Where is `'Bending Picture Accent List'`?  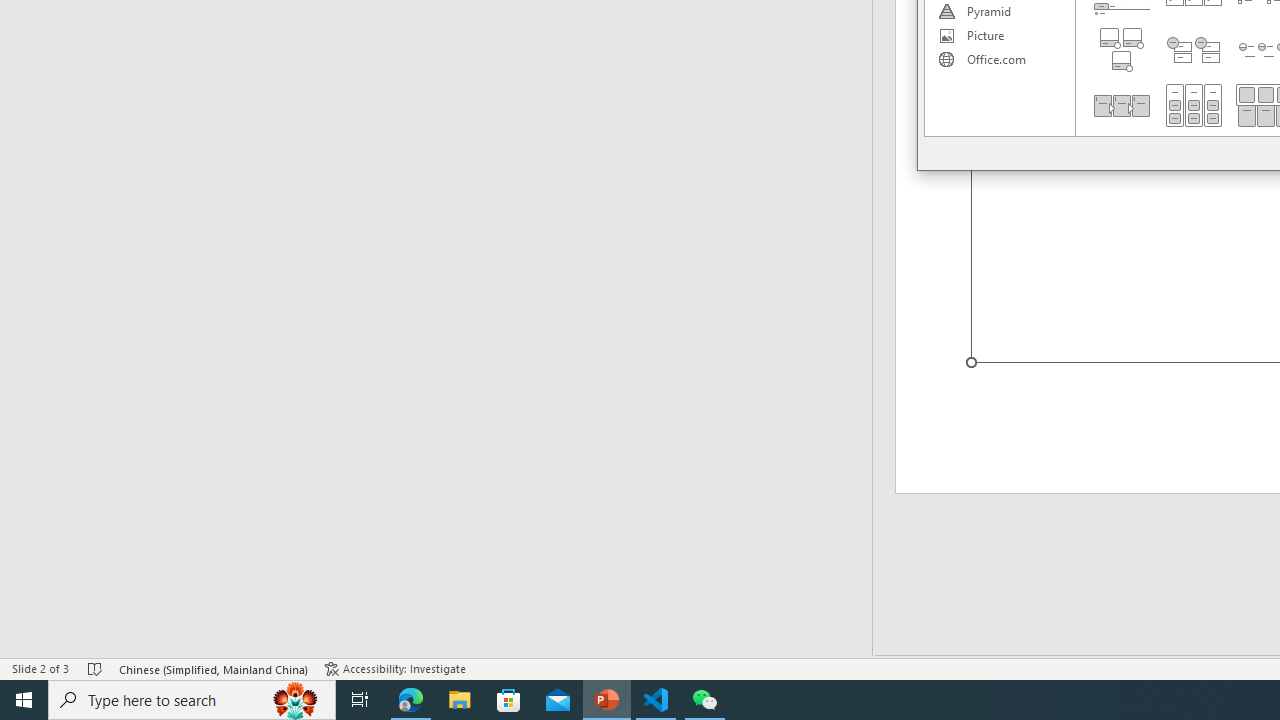
'Bending Picture Accent List' is located at coordinates (1121, 49).